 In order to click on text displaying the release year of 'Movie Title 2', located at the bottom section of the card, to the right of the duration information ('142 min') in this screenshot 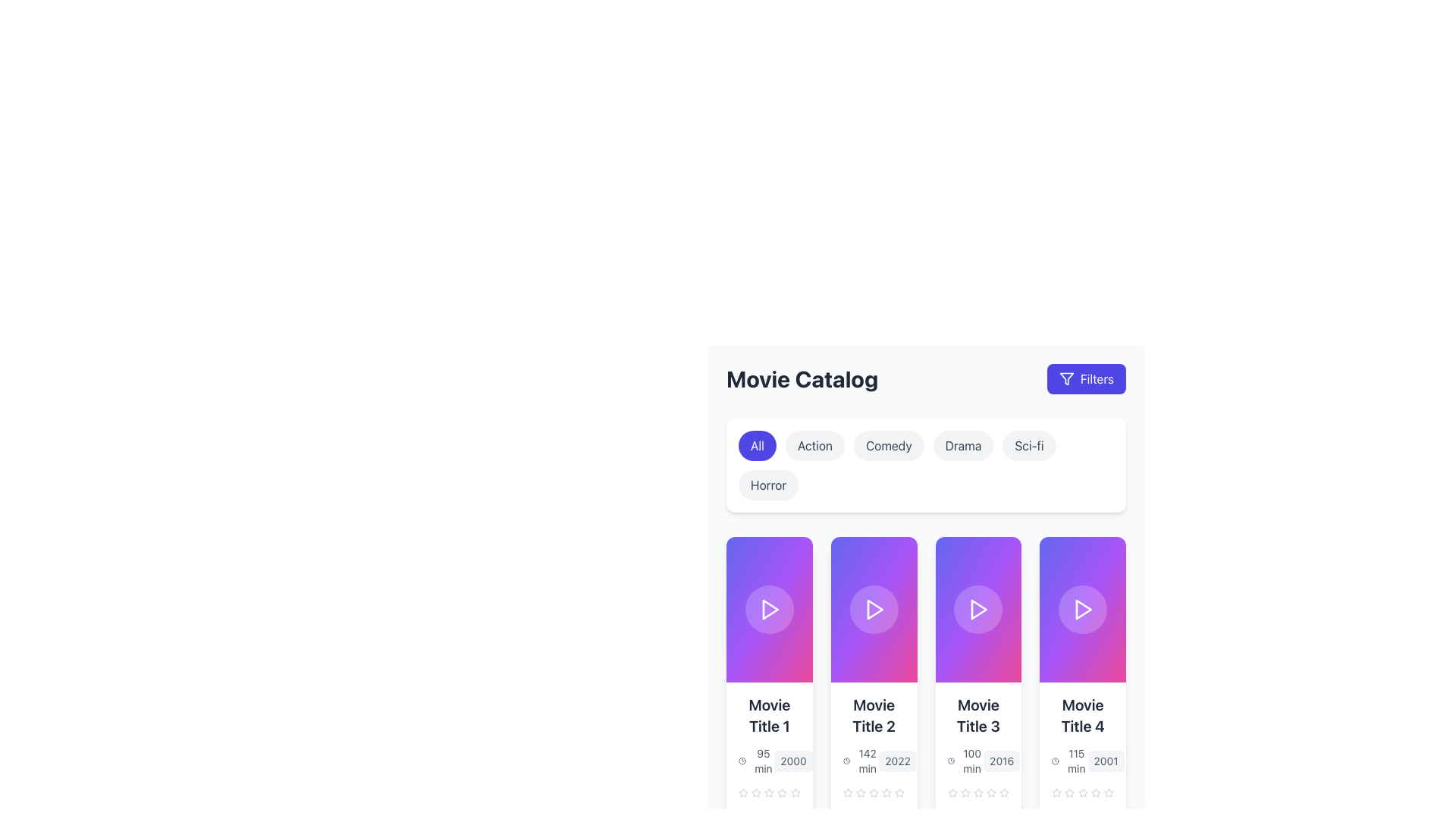, I will do `click(898, 761)`.